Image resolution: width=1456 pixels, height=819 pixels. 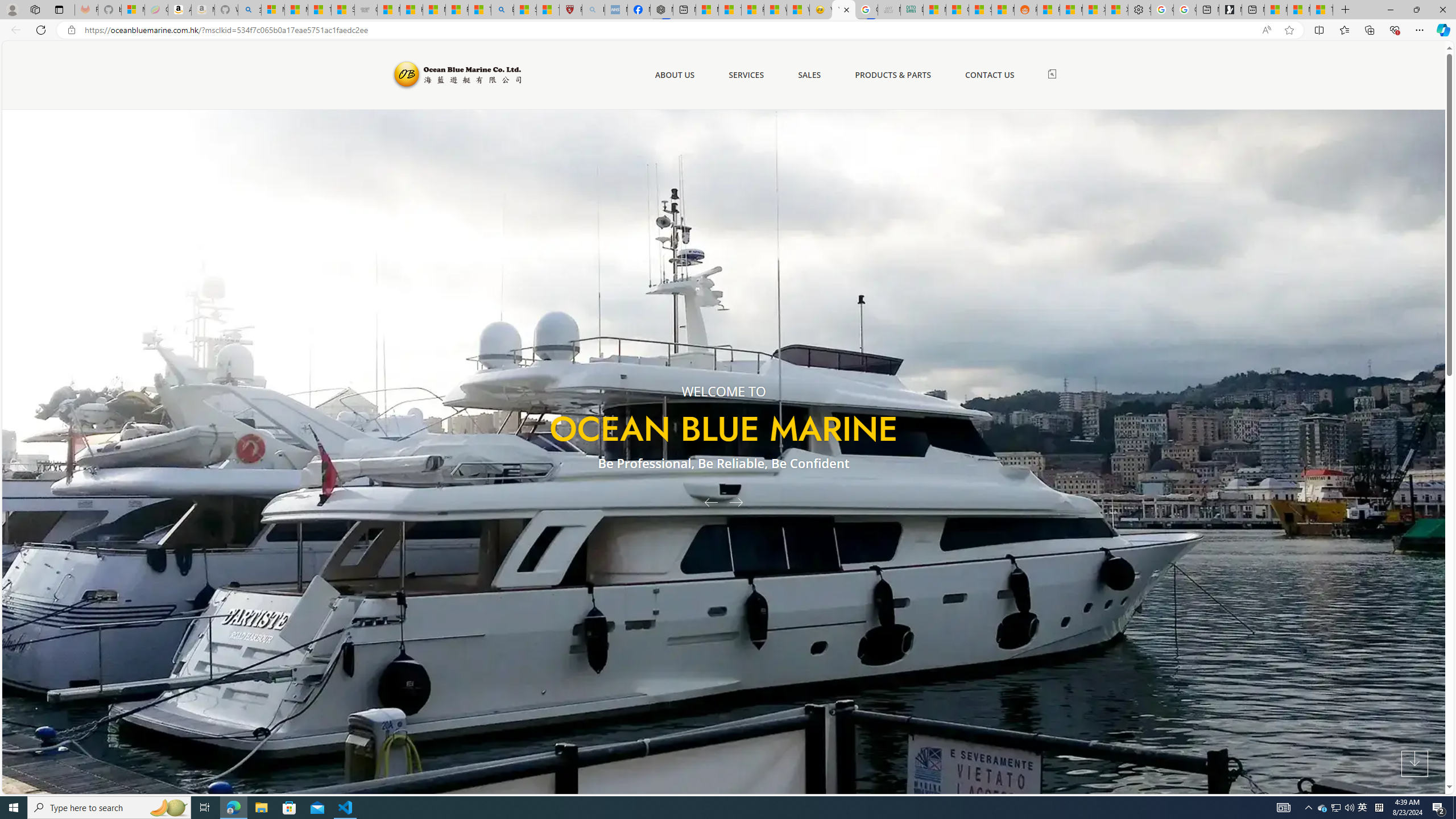 What do you see at coordinates (675, 74) in the screenshot?
I see `'ABOUT US'` at bounding box center [675, 74].